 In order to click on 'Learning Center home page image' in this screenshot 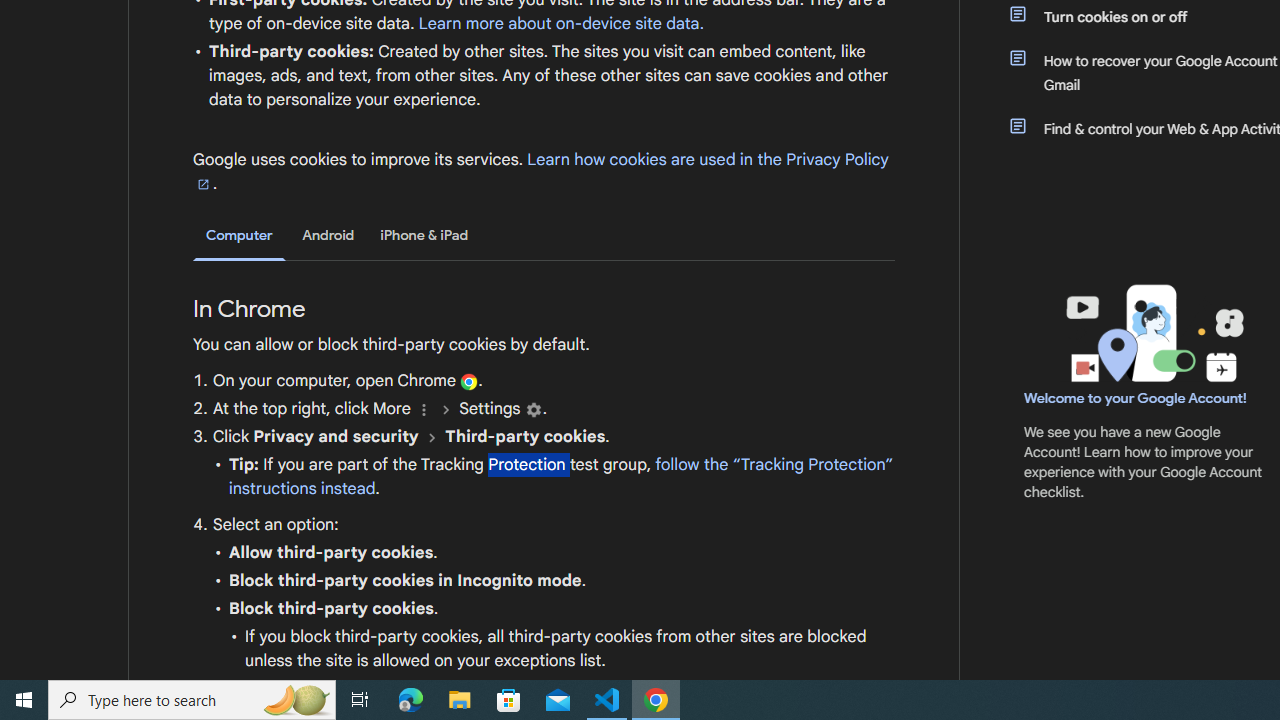, I will do `click(1152, 332)`.